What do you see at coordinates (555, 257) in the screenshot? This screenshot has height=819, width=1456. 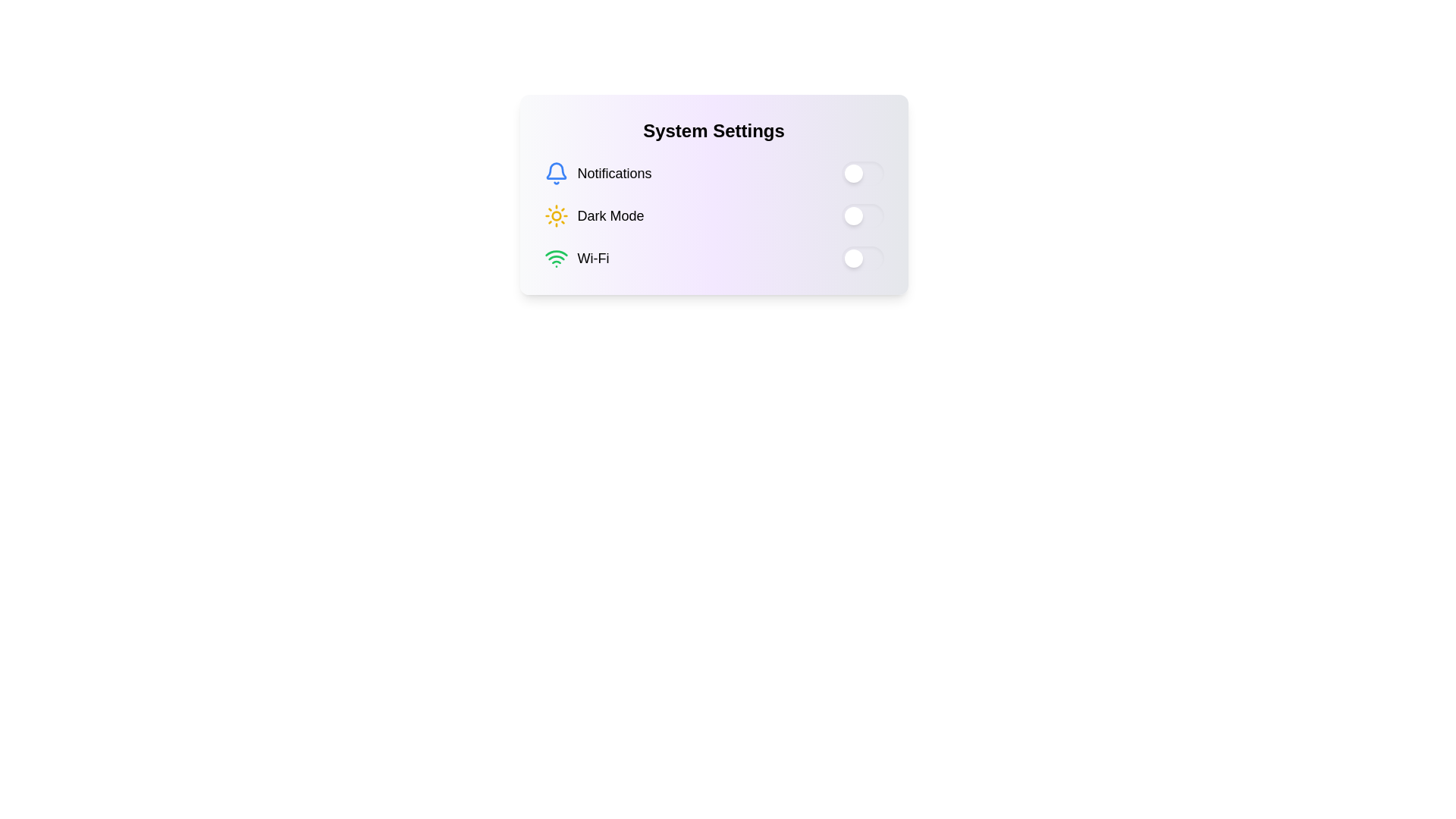 I see `the middle arc of the Wi-Fi icon, which represents connectivity options` at bounding box center [555, 257].